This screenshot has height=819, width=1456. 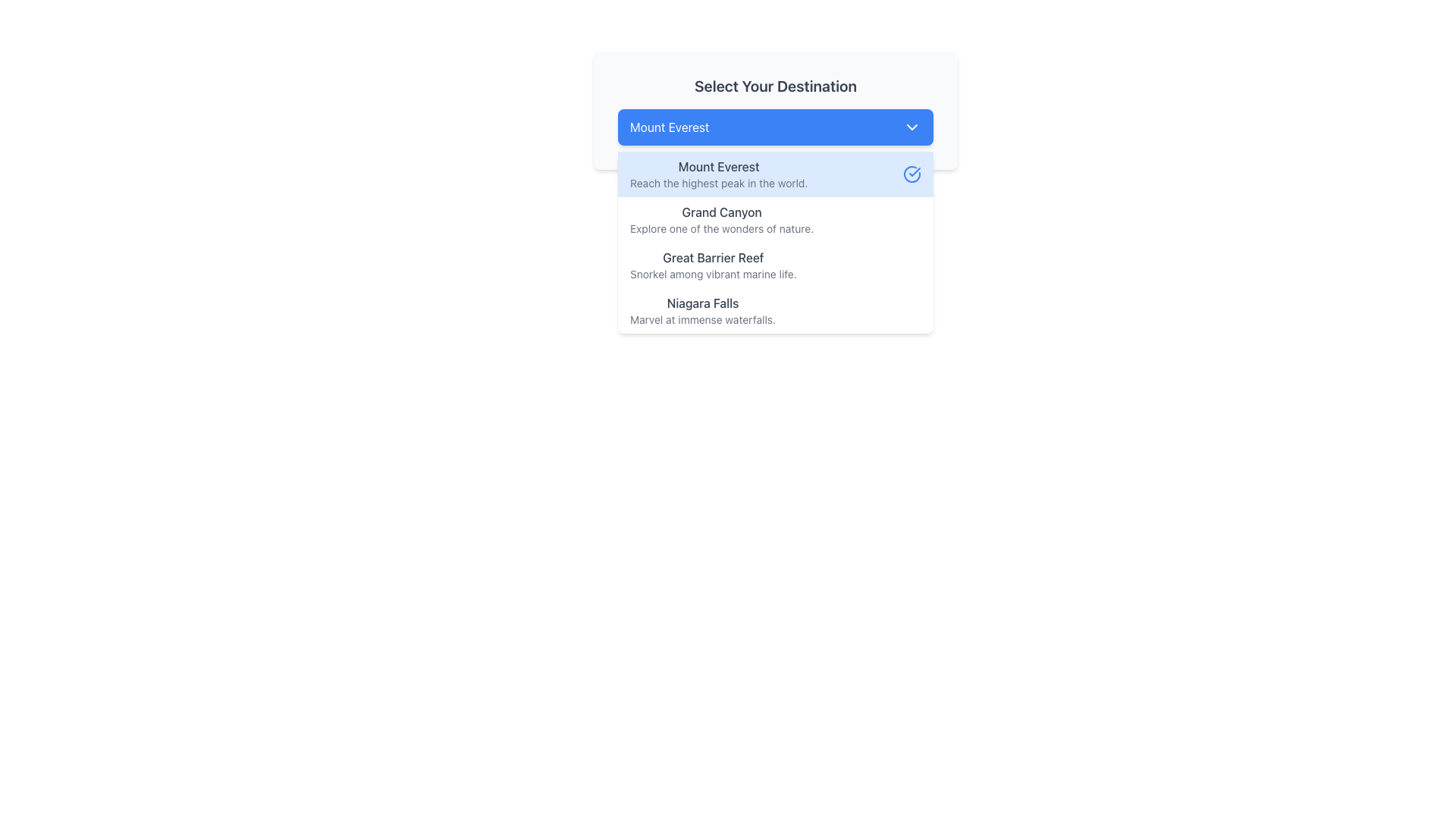 What do you see at coordinates (701, 303) in the screenshot?
I see `text label for the destination 'Niagara Falls' located in the dropdown menu under 'Select Your Destination'` at bounding box center [701, 303].